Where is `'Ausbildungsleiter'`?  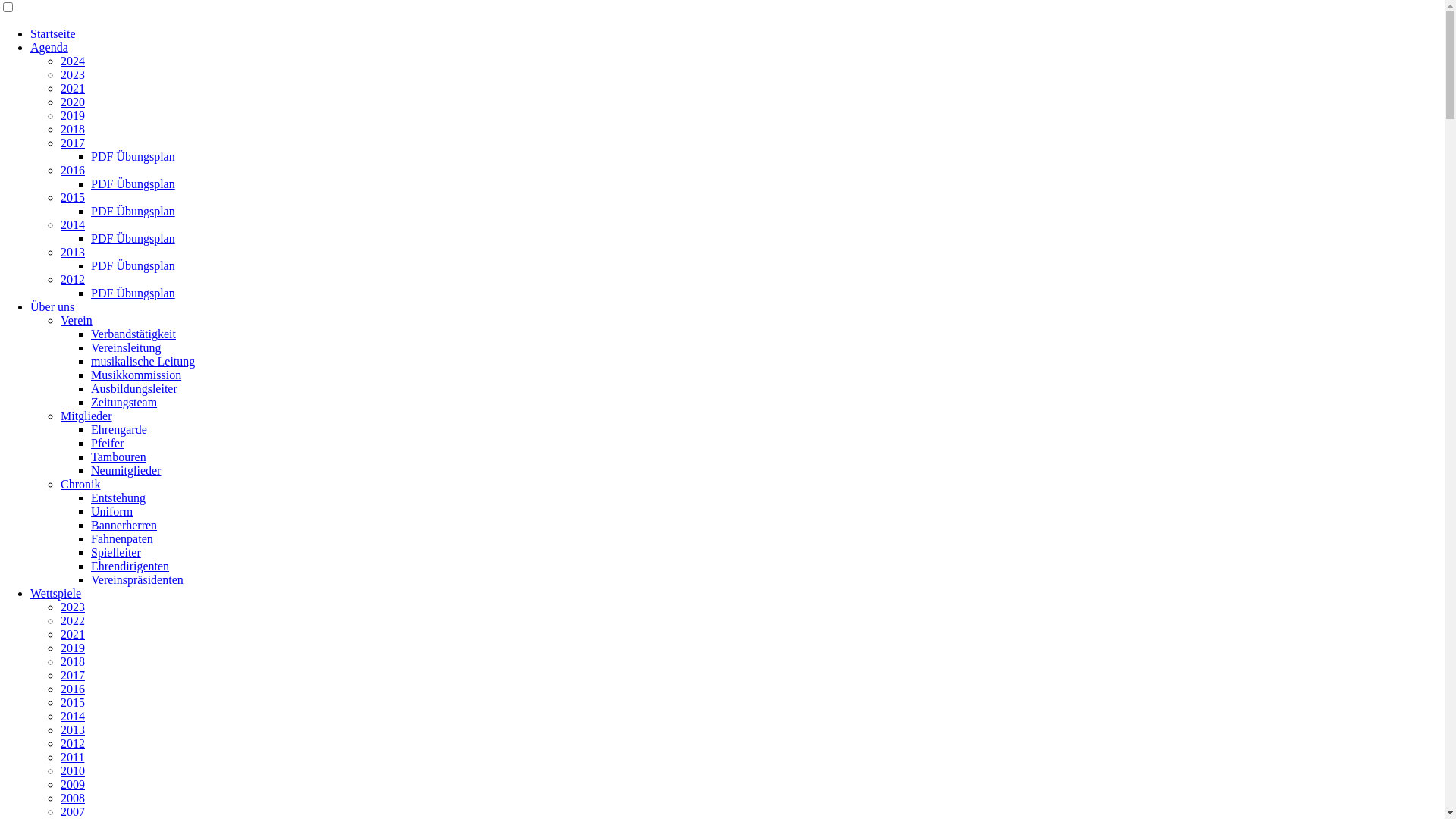
'Ausbildungsleiter' is located at coordinates (134, 388).